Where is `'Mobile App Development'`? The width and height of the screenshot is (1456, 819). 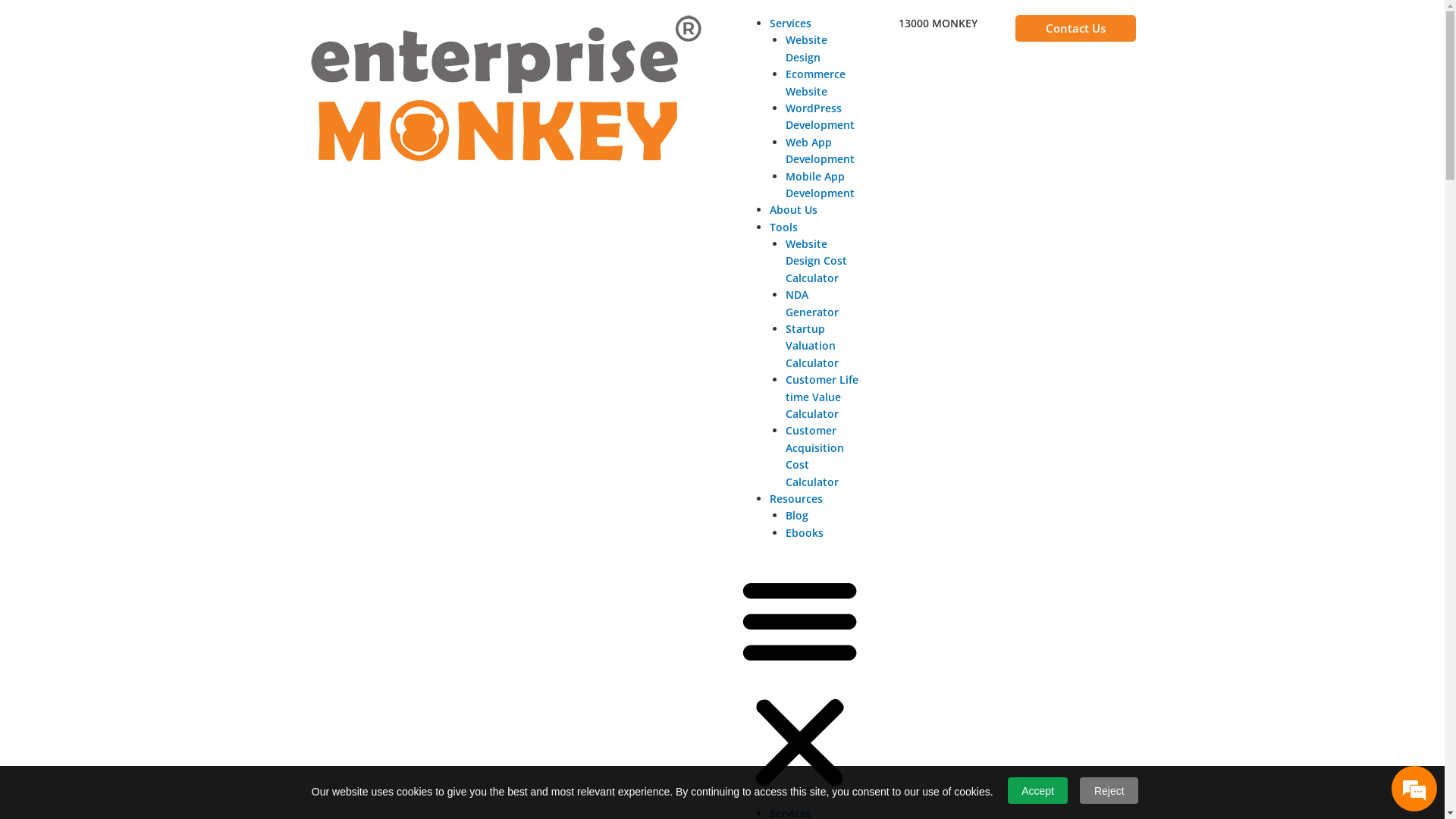
'Mobile App Development' is located at coordinates (819, 184).